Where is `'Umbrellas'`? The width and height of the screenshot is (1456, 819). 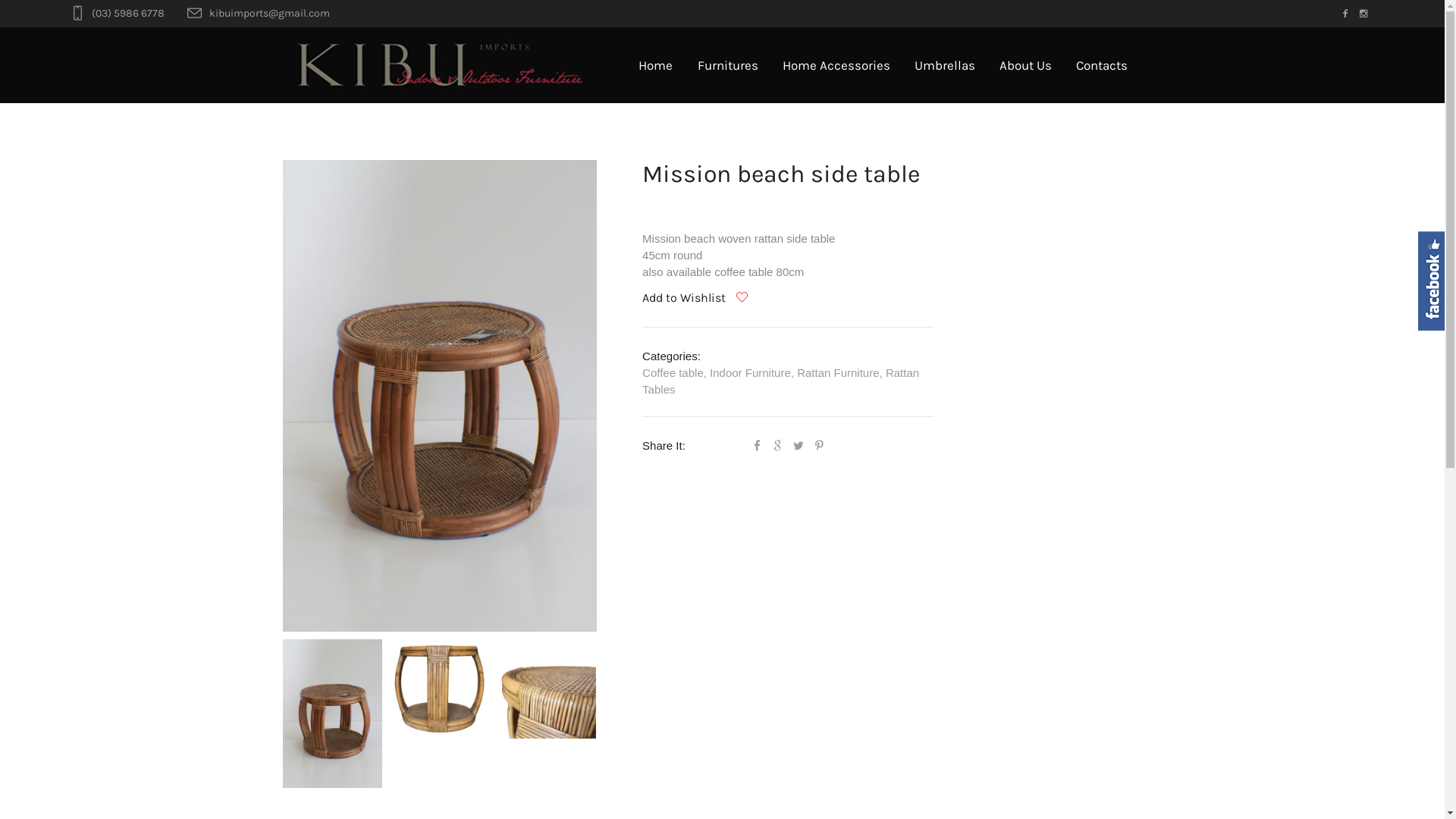
'Umbrellas' is located at coordinates (944, 64).